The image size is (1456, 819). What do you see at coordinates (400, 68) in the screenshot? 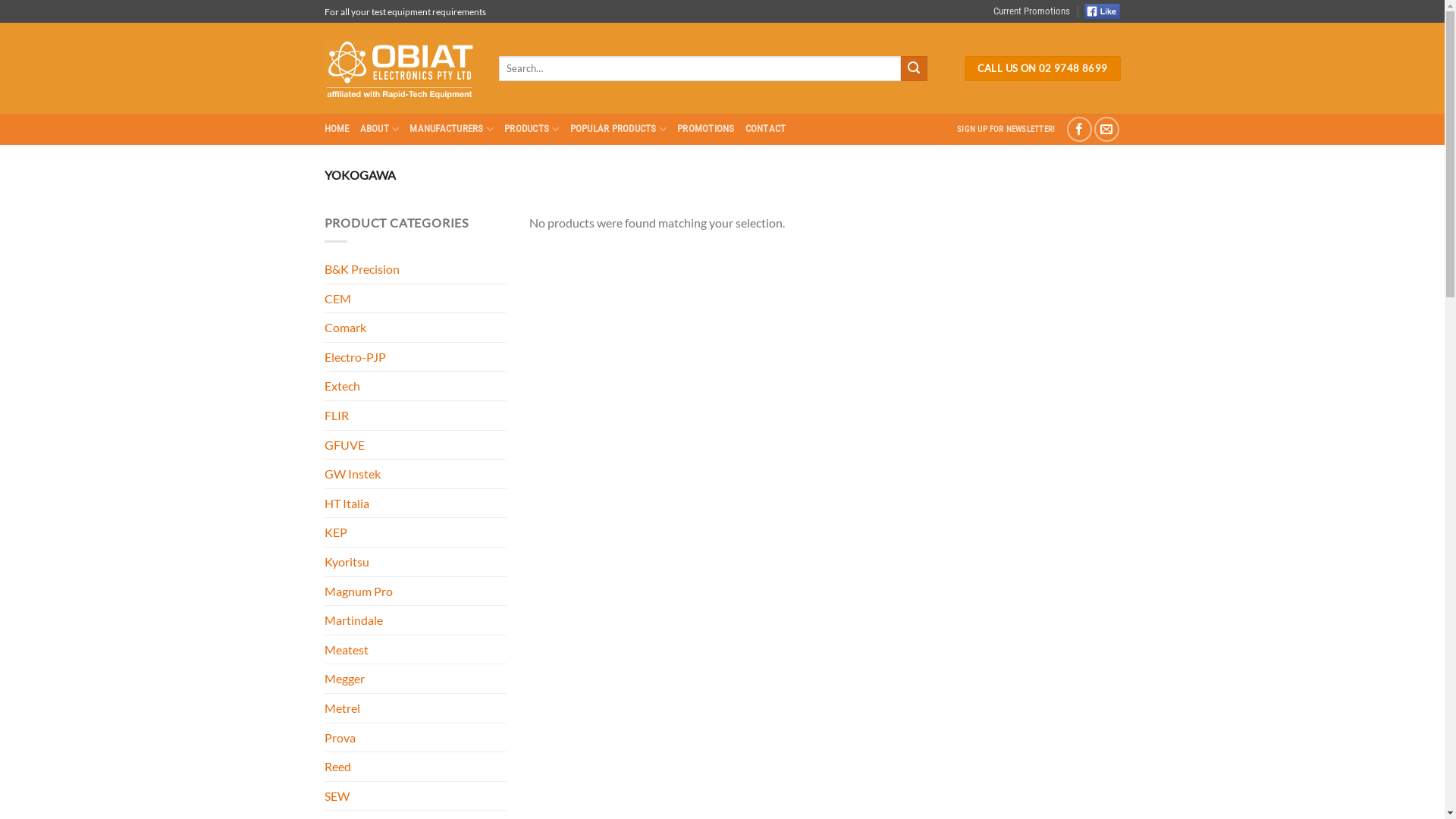
I see `'Obiat Electronics - keeping your industry up and running'` at bounding box center [400, 68].